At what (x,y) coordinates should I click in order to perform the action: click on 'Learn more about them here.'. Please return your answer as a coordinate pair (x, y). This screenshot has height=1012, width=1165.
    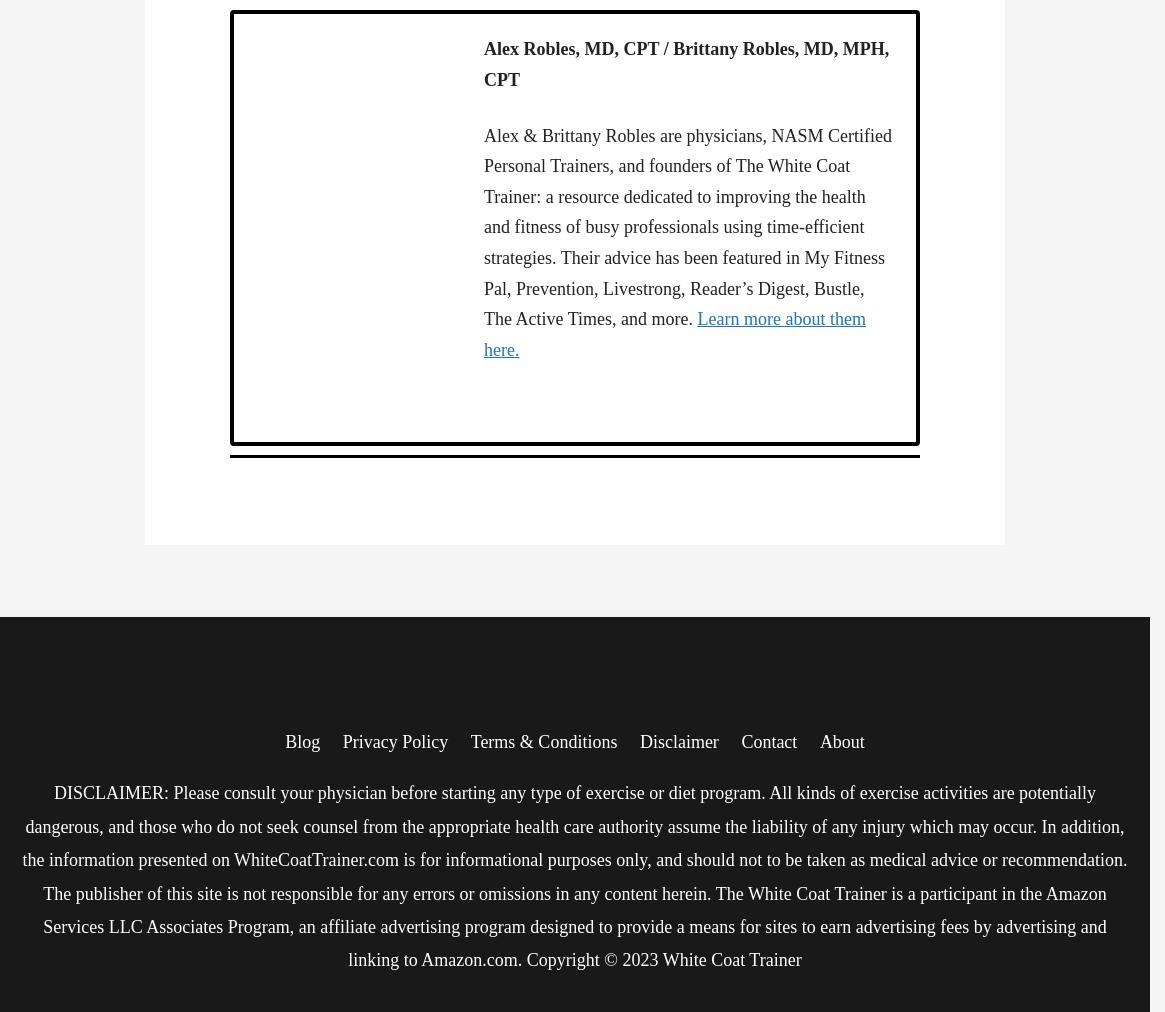
    Looking at the image, I should click on (674, 332).